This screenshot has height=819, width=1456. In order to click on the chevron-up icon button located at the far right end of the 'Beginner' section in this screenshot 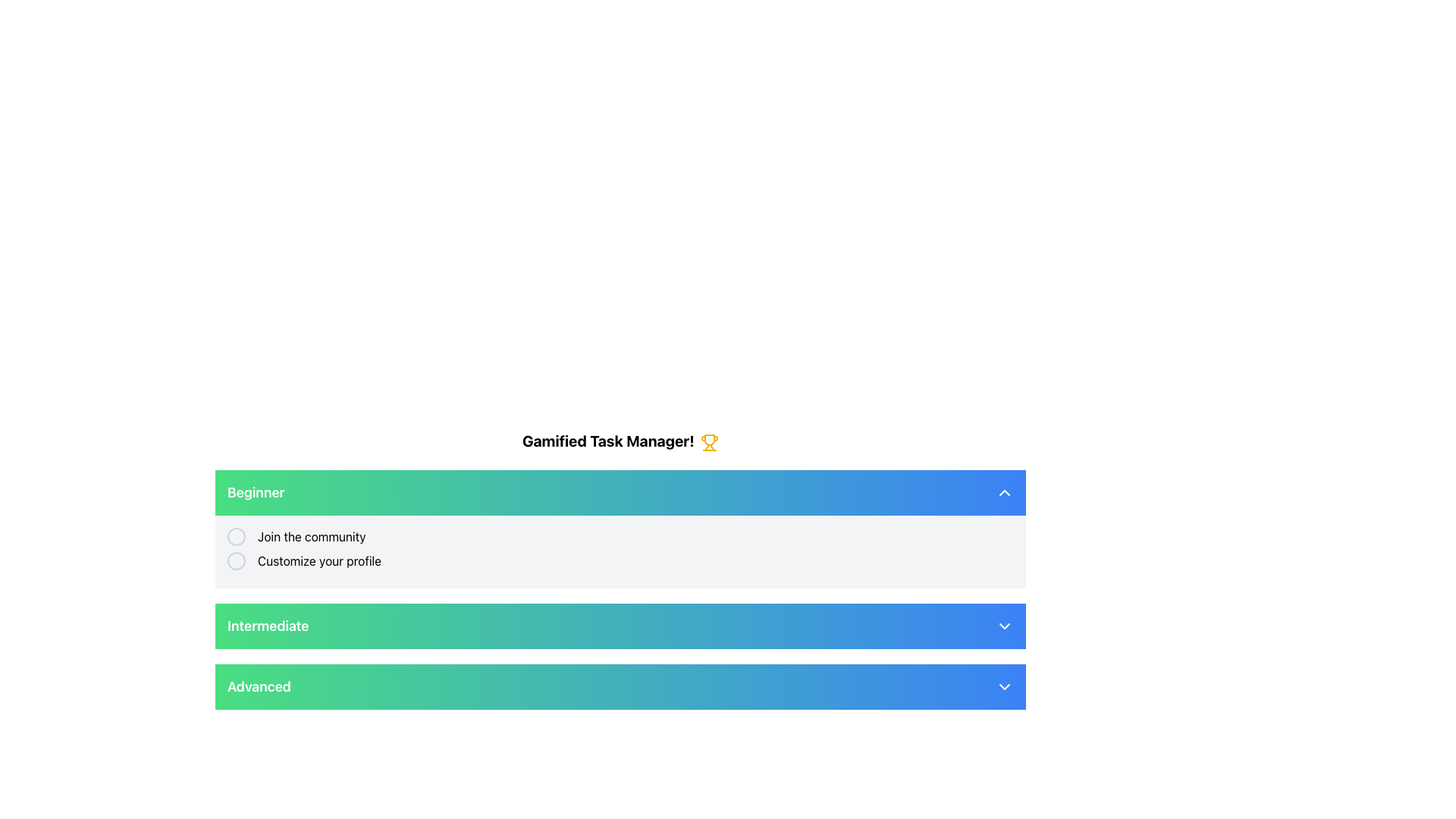, I will do `click(1004, 493)`.